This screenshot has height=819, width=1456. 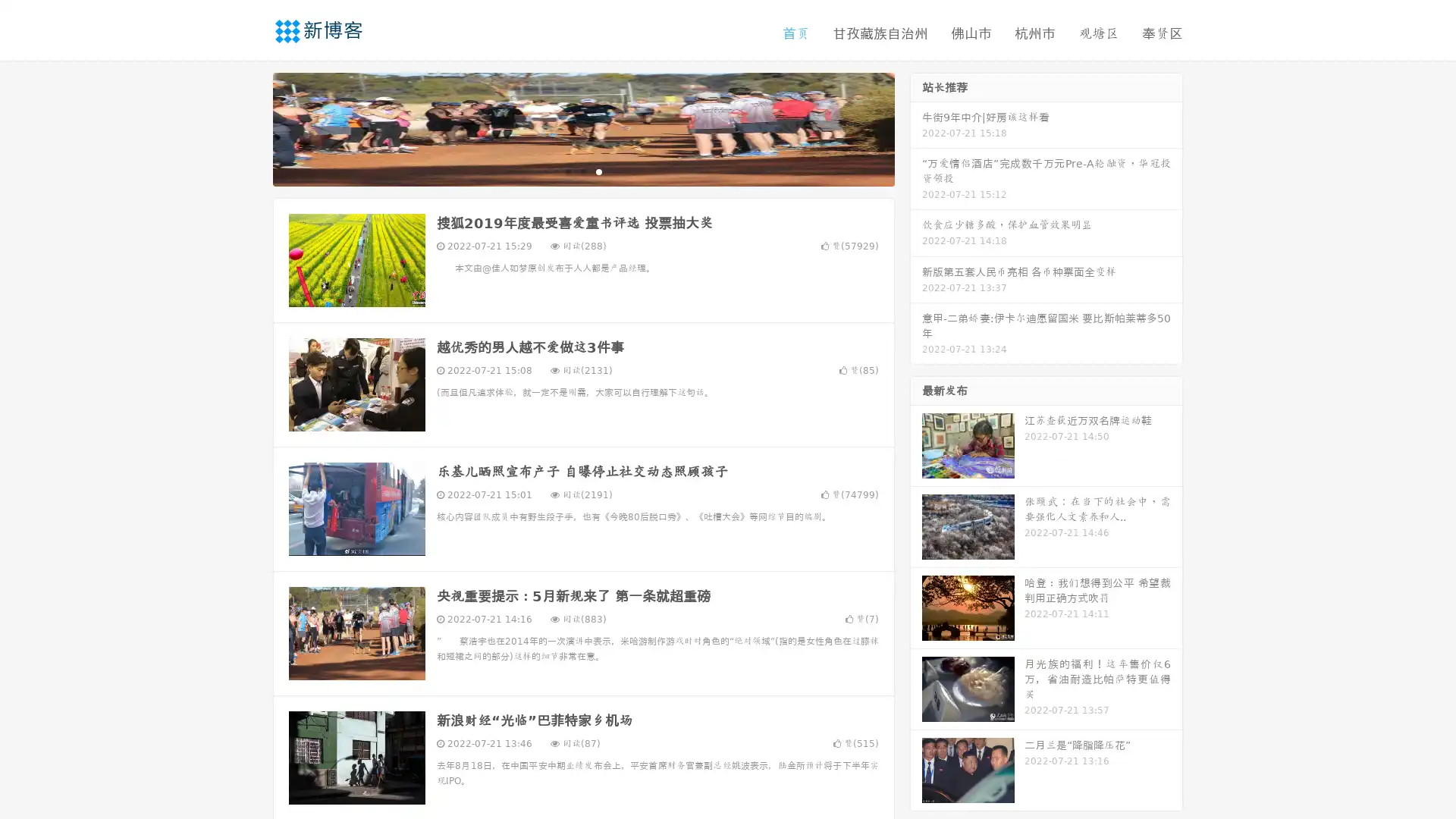 What do you see at coordinates (250, 127) in the screenshot?
I see `Previous slide` at bounding box center [250, 127].